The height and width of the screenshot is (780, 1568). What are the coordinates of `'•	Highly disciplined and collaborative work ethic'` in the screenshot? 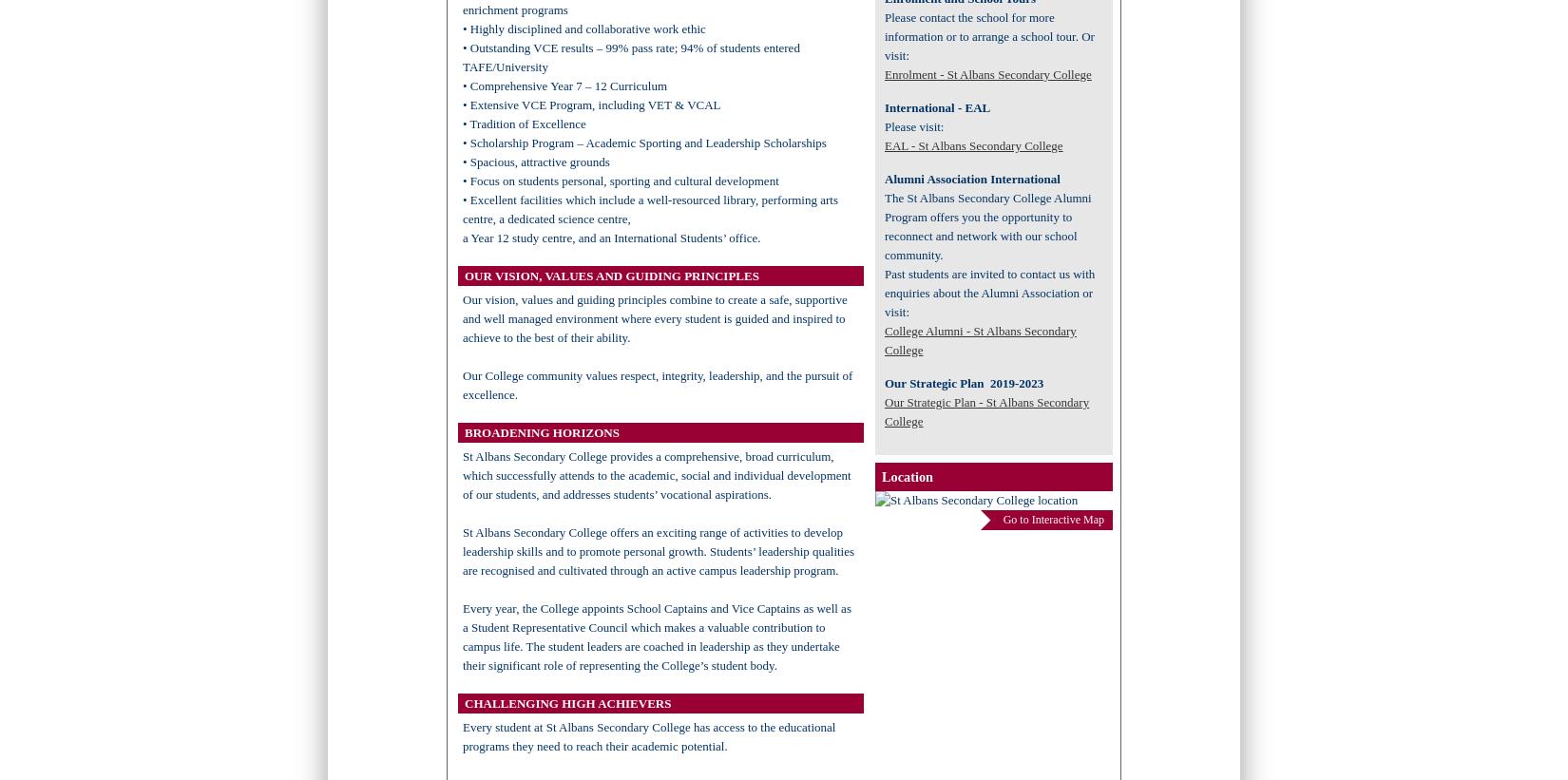 It's located at (583, 28).